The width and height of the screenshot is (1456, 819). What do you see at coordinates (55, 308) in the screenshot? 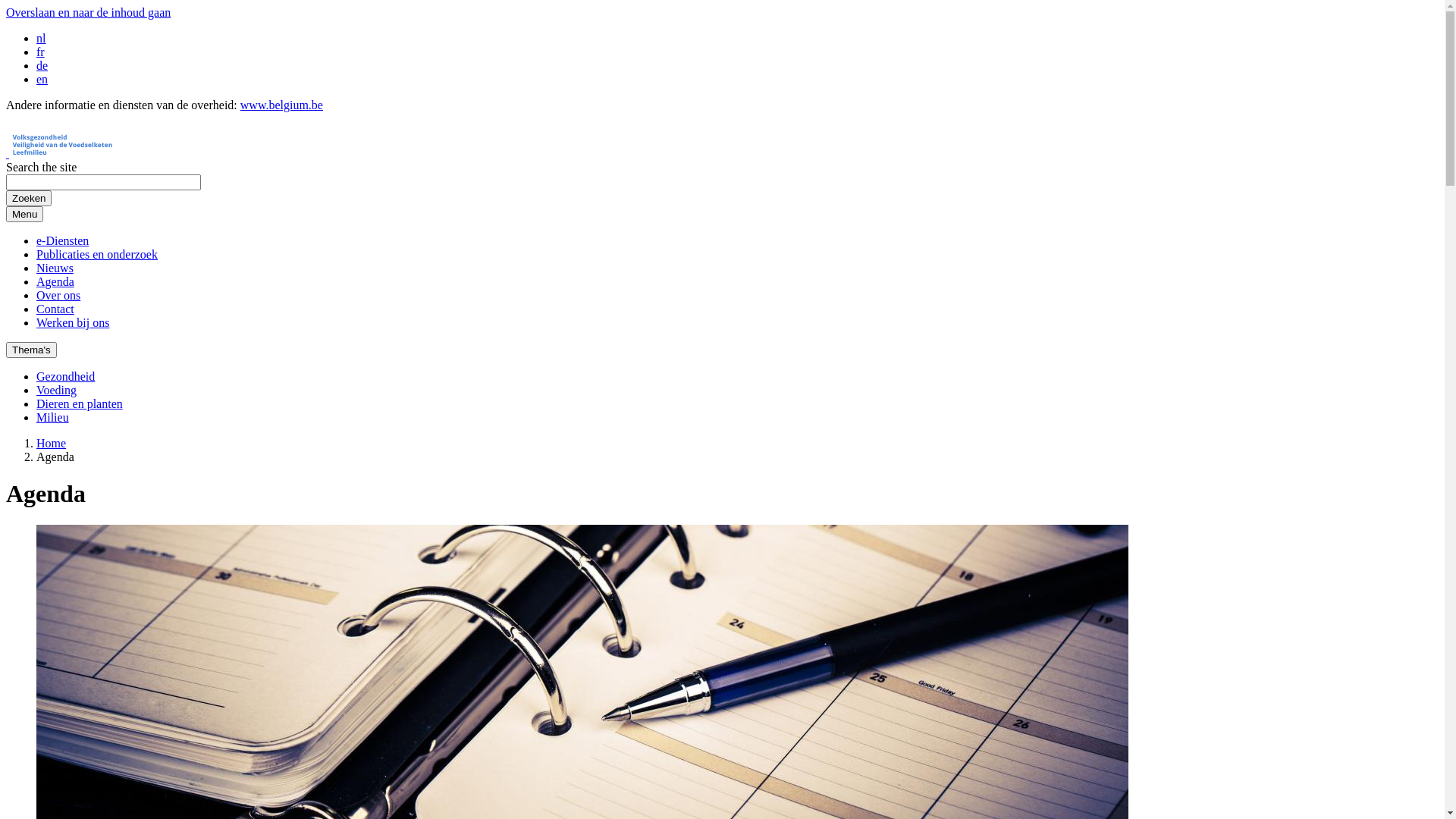
I see `'Contact'` at bounding box center [55, 308].